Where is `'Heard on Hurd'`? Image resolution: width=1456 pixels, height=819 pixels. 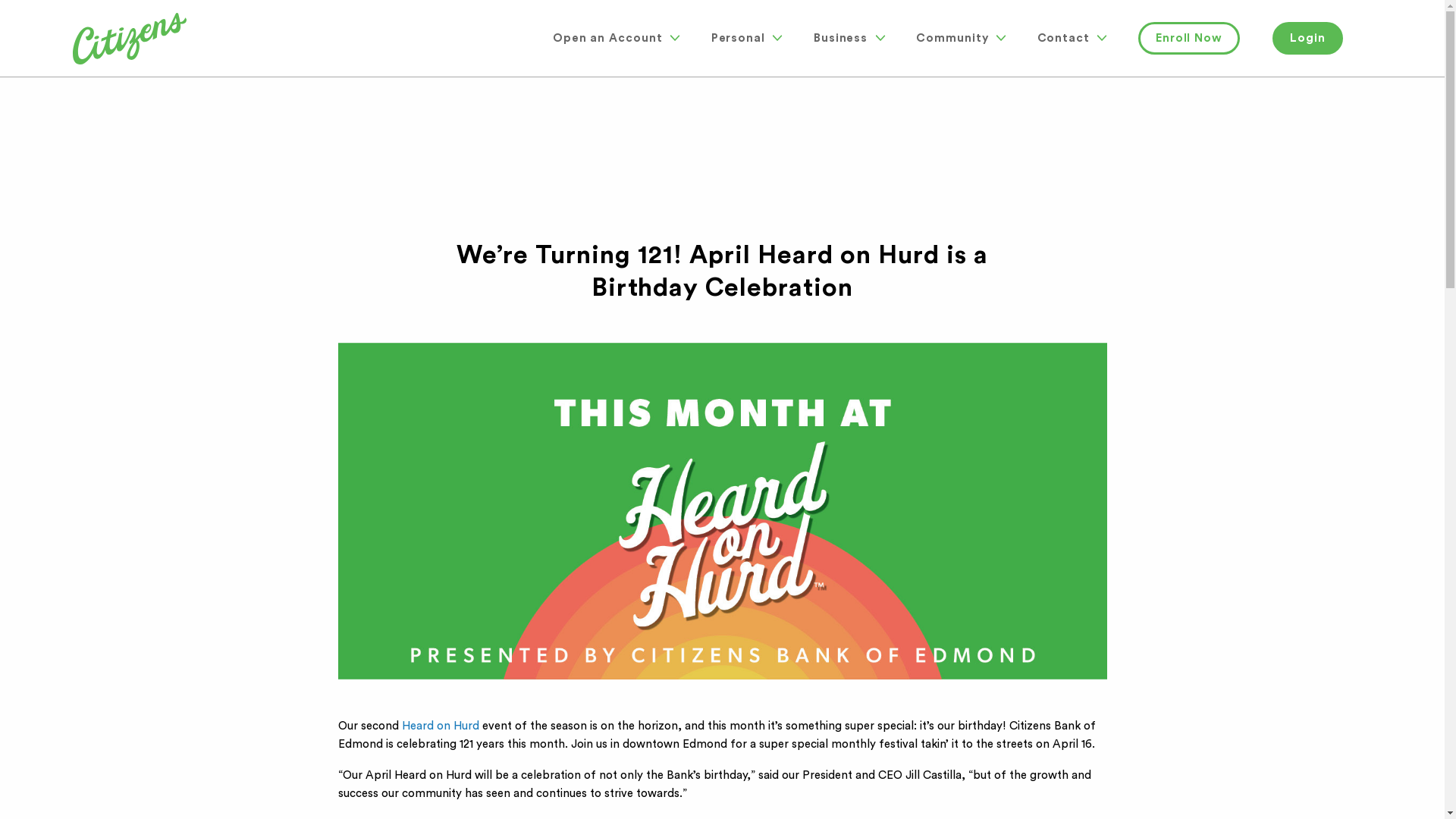 'Heard on Hurd' is located at coordinates (439, 725).